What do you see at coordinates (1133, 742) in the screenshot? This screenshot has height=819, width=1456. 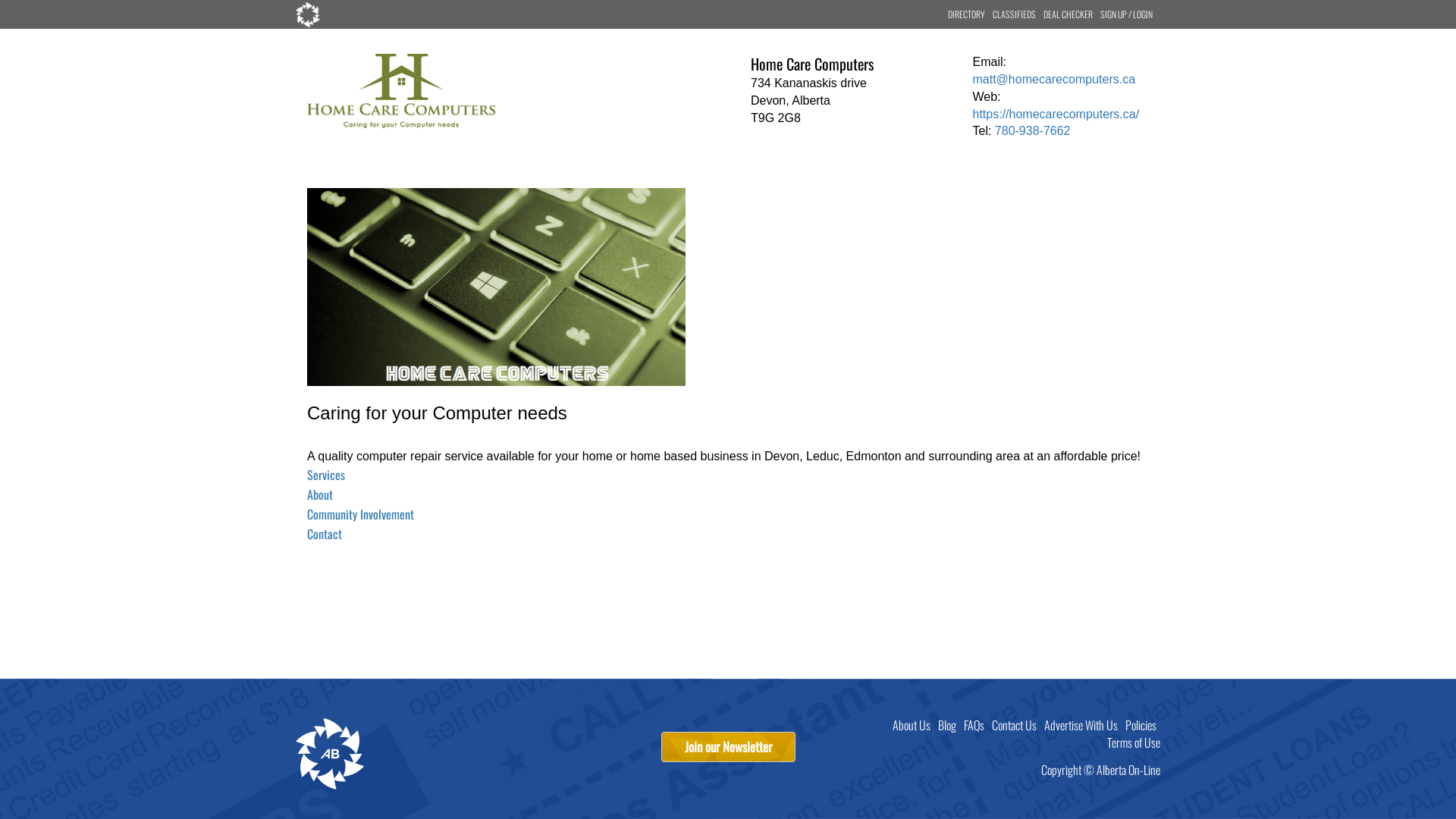 I see `'Terms of Use'` at bounding box center [1133, 742].